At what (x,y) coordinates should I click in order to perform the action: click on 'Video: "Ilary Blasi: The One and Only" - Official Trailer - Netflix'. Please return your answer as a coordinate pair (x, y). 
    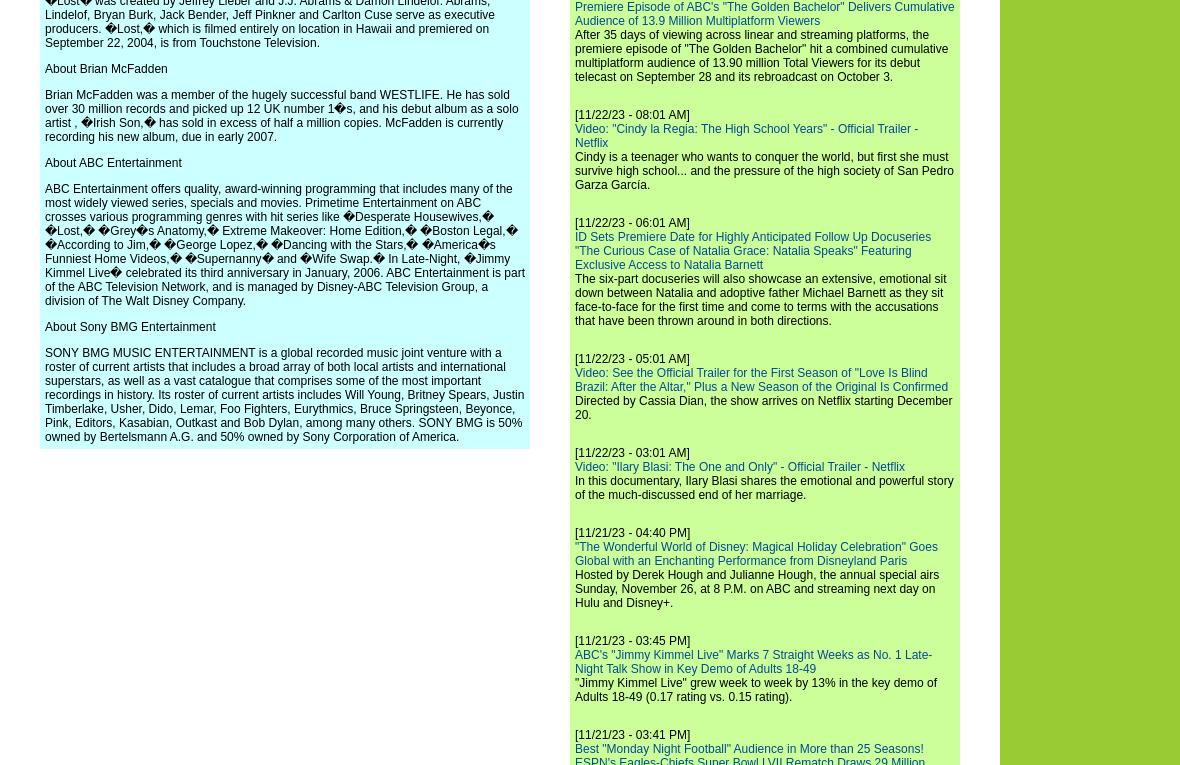
    Looking at the image, I should click on (739, 466).